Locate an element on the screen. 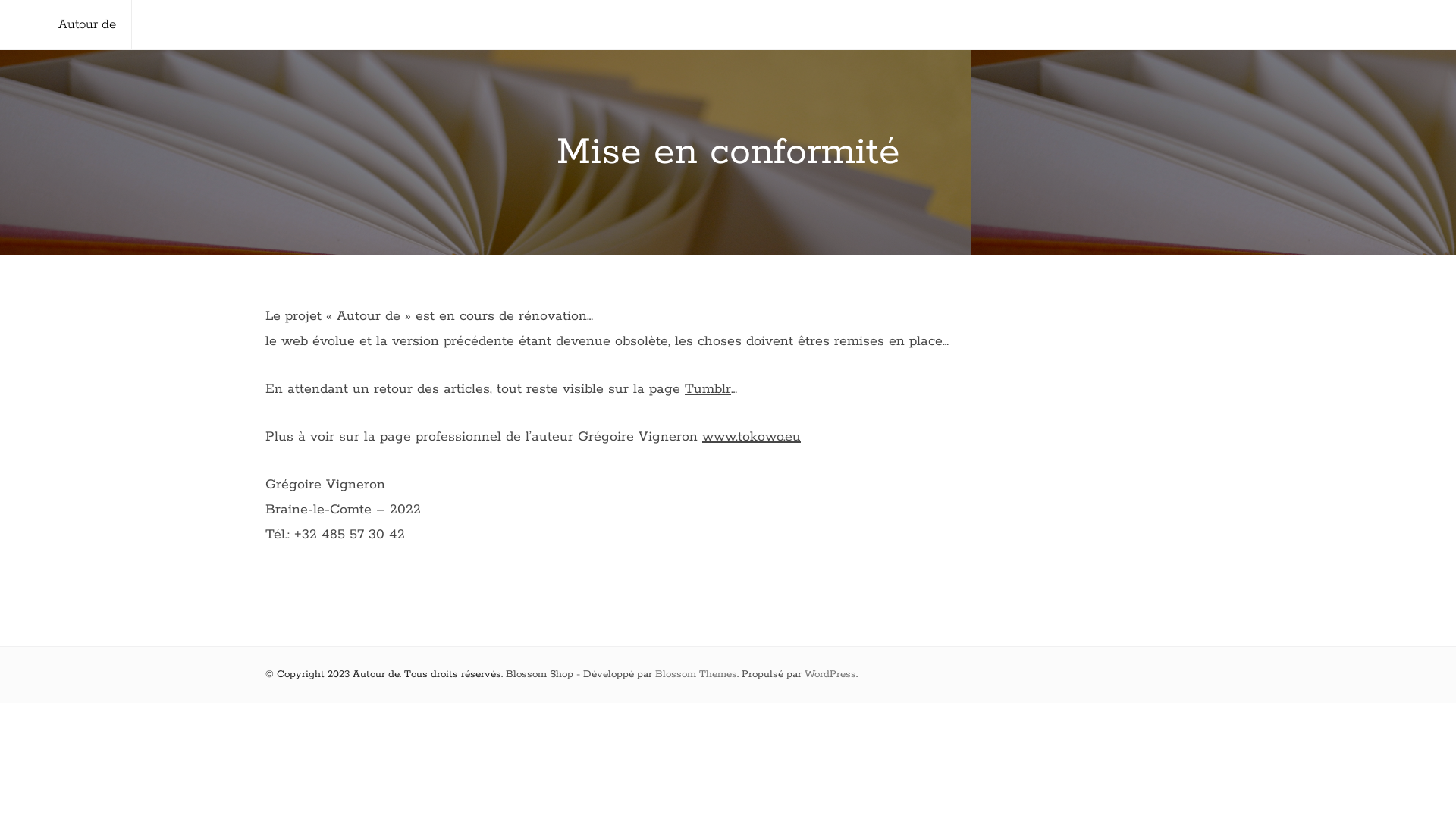 The height and width of the screenshot is (819, 1456). 'Autour de' is located at coordinates (58, 24).